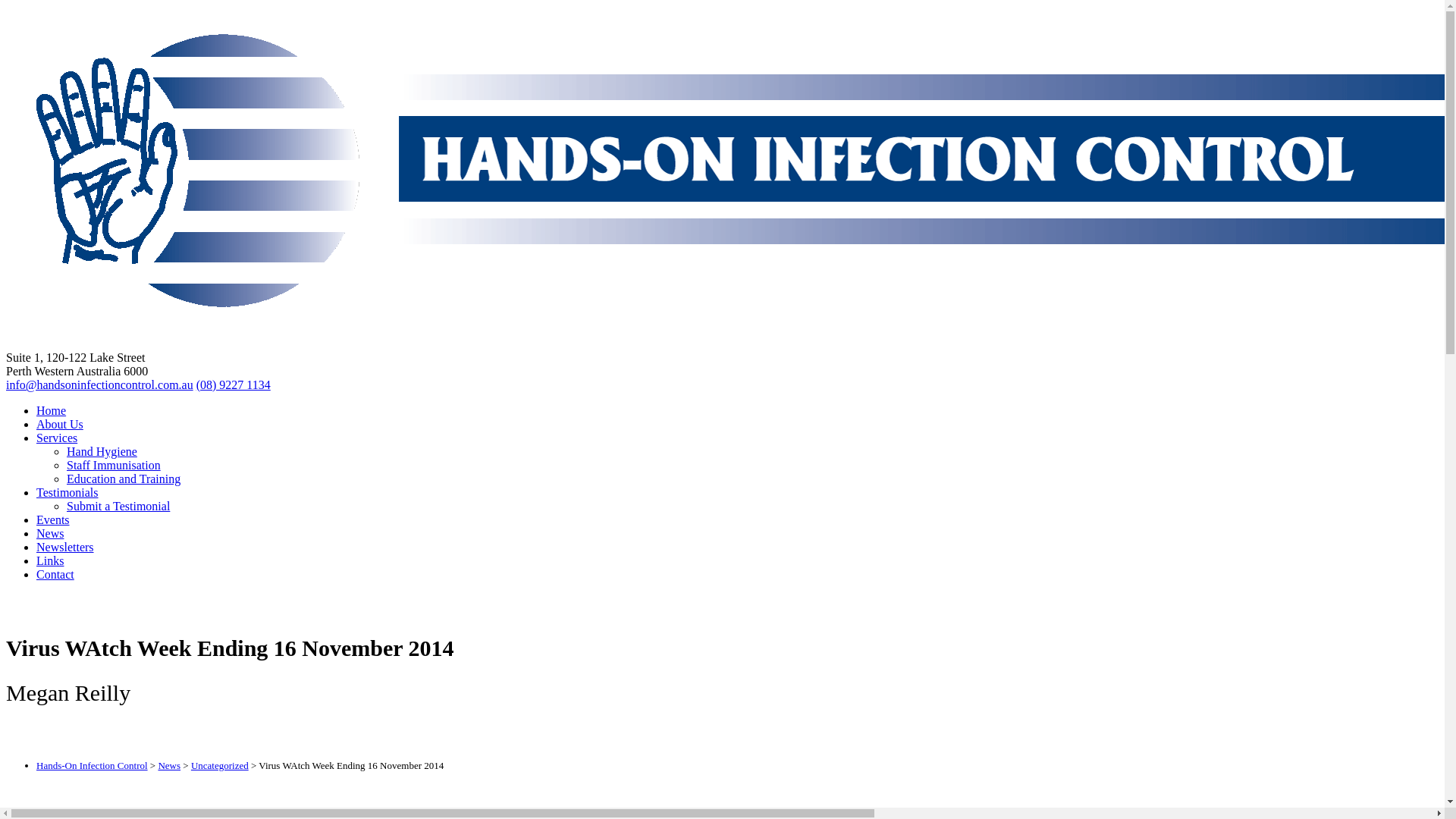 This screenshot has width=1456, height=819. What do you see at coordinates (36, 519) in the screenshot?
I see `'Events'` at bounding box center [36, 519].